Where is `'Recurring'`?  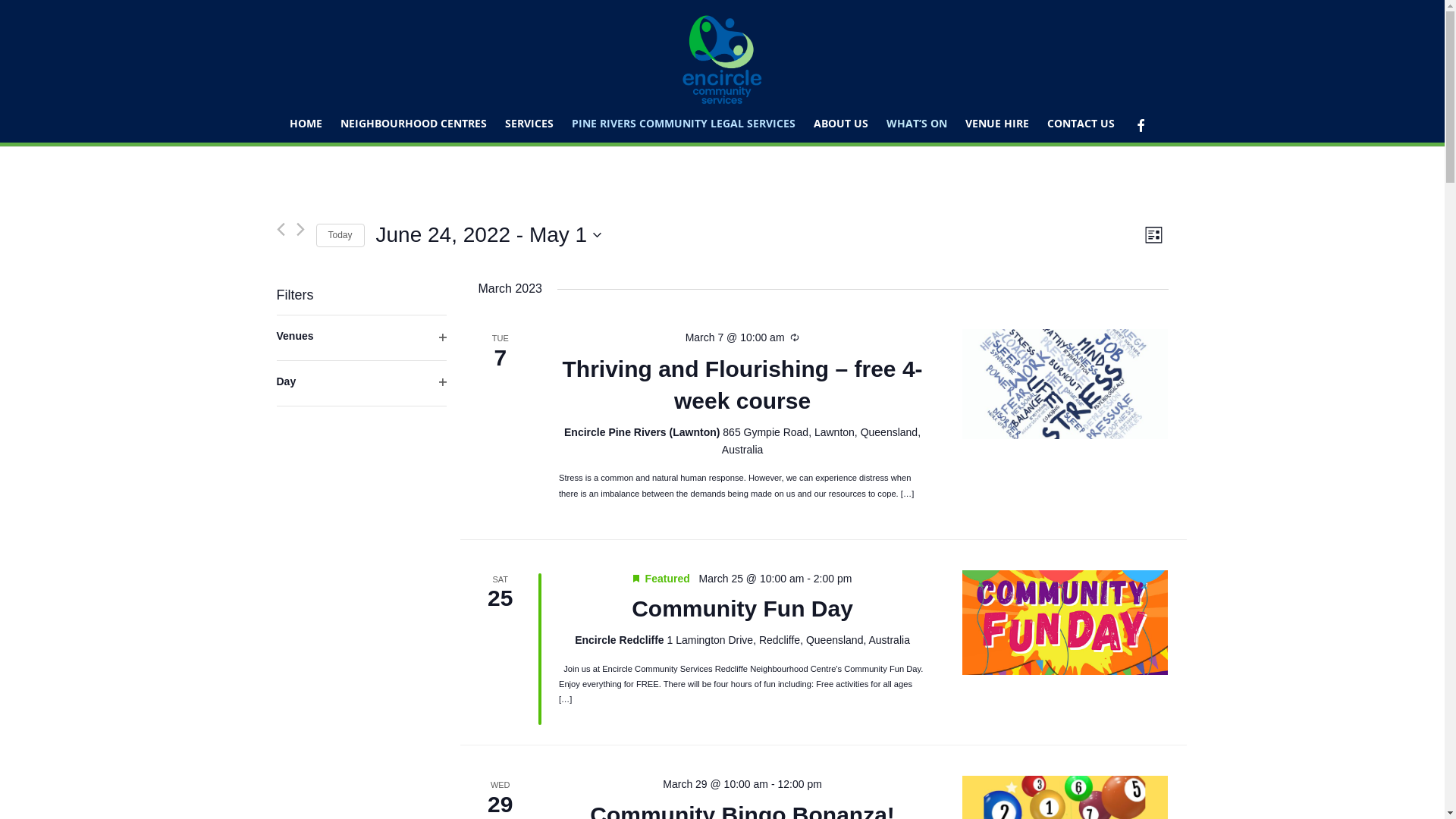
'Recurring' is located at coordinates (789, 337).